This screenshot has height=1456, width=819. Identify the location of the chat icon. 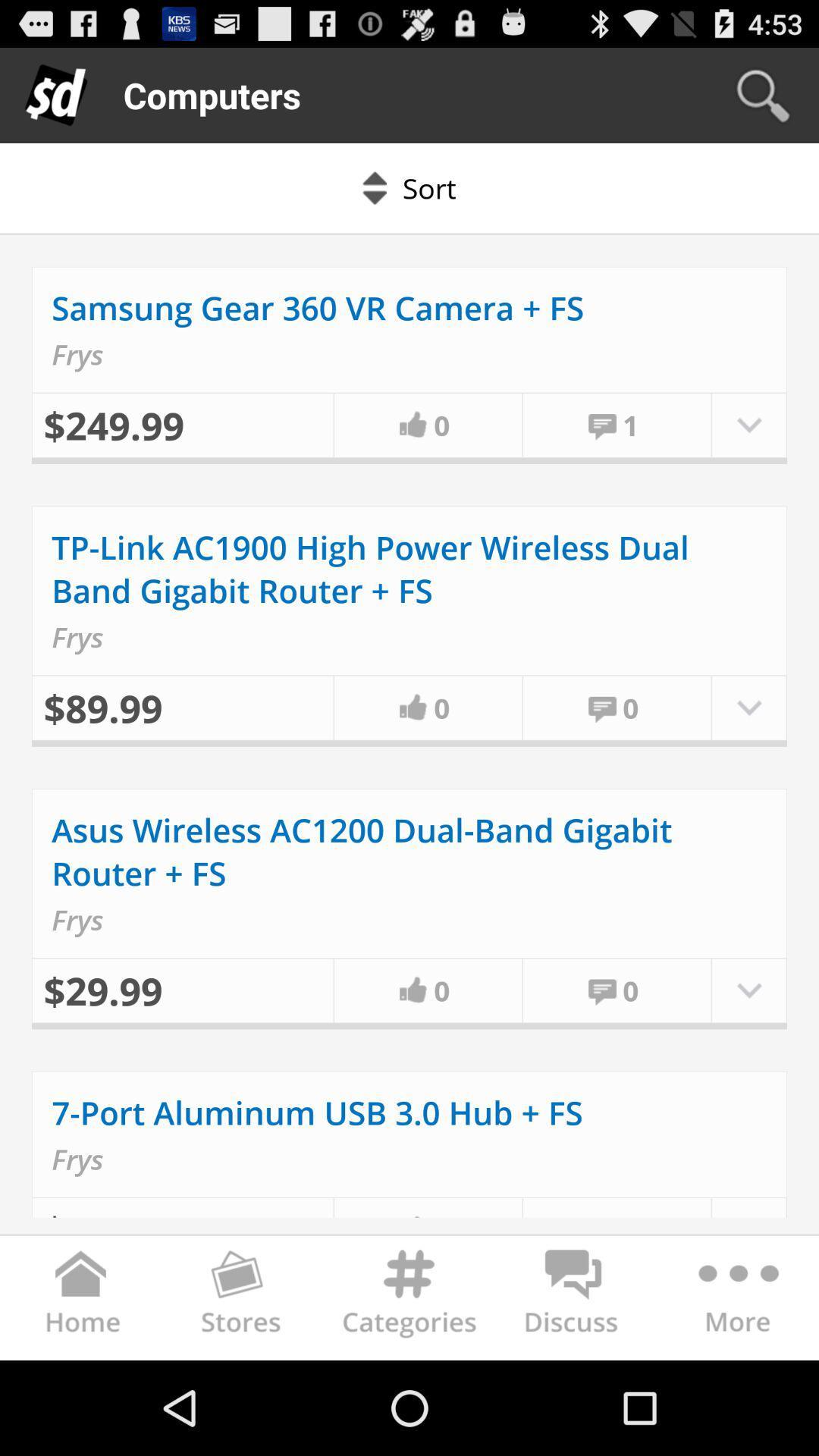
(573, 1392).